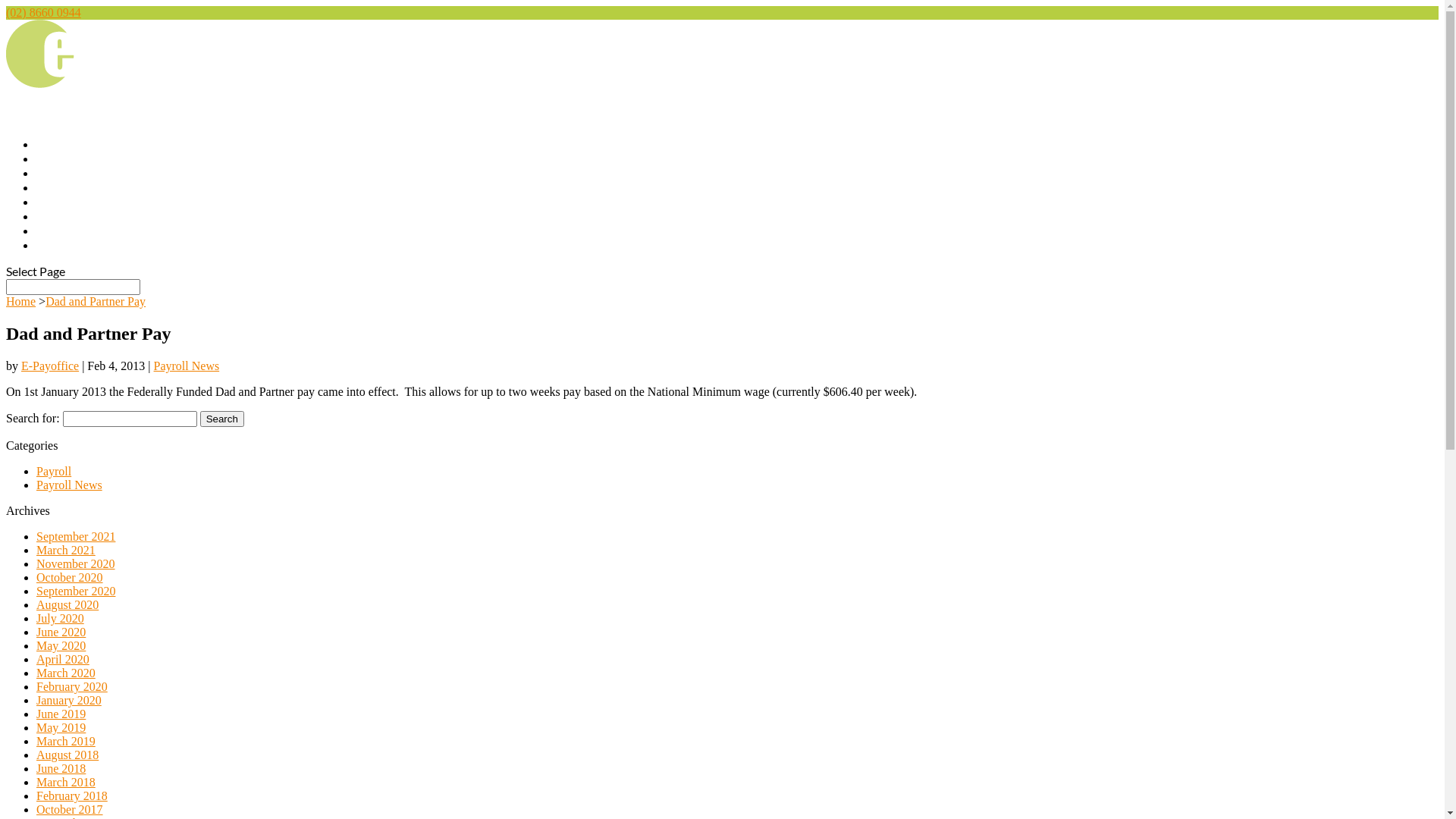 Image resolution: width=1456 pixels, height=819 pixels. What do you see at coordinates (52, 233) in the screenshot?
I see `'BLOG'` at bounding box center [52, 233].